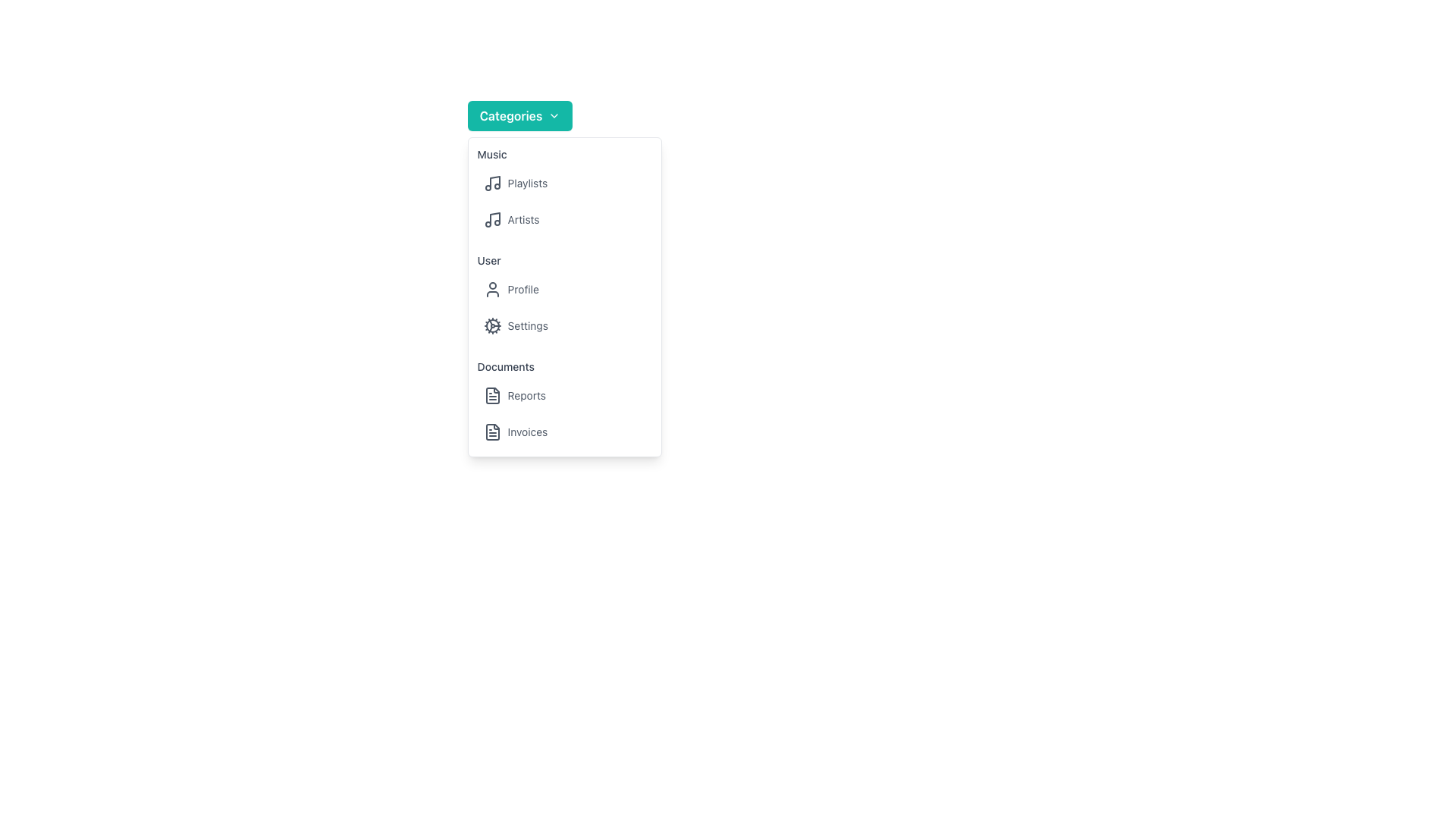 This screenshot has width=1456, height=819. Describe the element at coordinates (492, 289) in the screenshot. I see `the user icon, which is a circular outline of a person located to the left of the 'Profile' label in the dropdown menu under the 'User' section` at that location.